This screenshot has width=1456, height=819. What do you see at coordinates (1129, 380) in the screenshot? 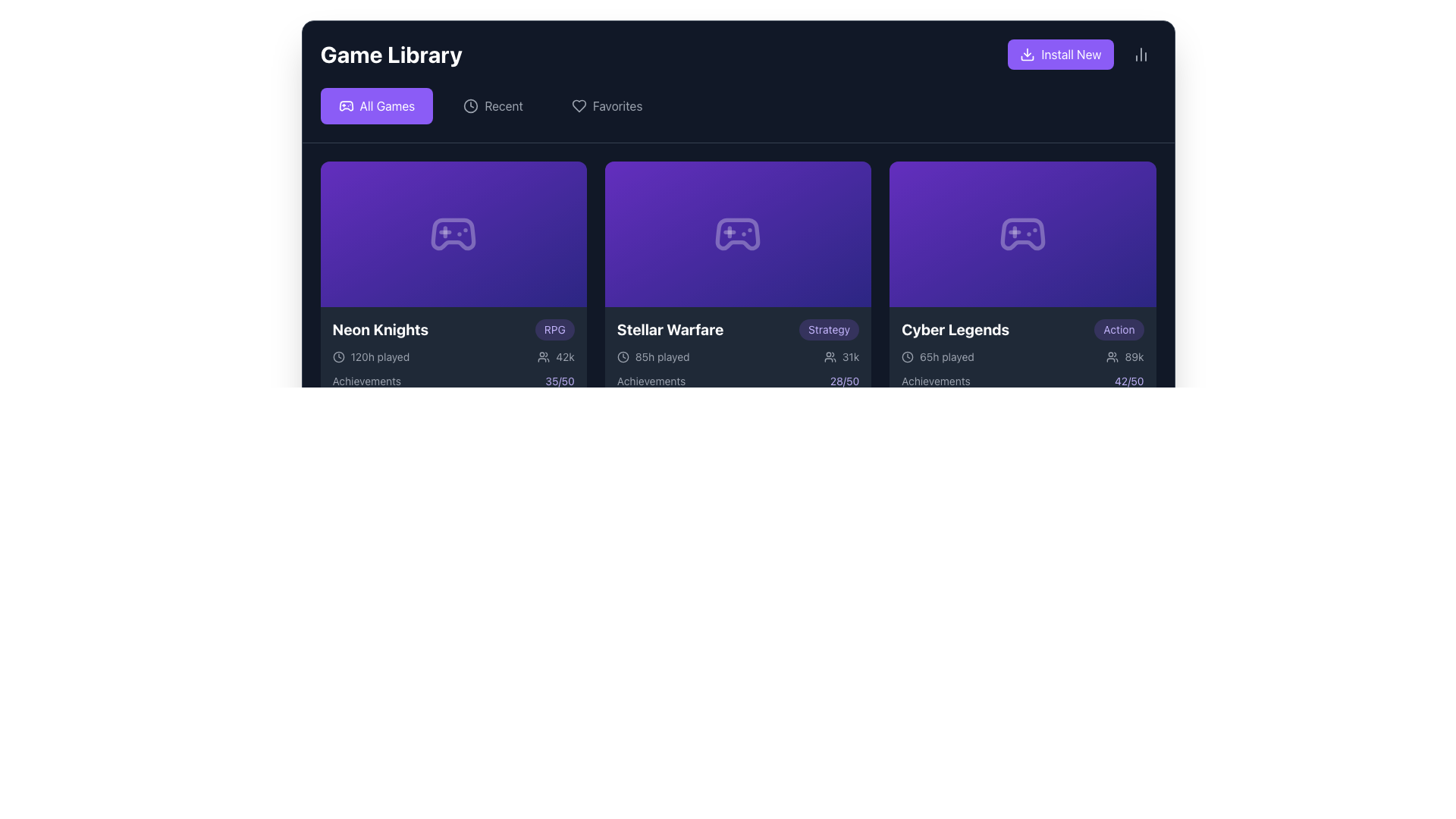
I see `the static text displaying '42/50' in violet color, located at the bottom right corner of the 'Cyber Legends' card beneath the 'Achievements' label` at bounding box center [1129, 380].